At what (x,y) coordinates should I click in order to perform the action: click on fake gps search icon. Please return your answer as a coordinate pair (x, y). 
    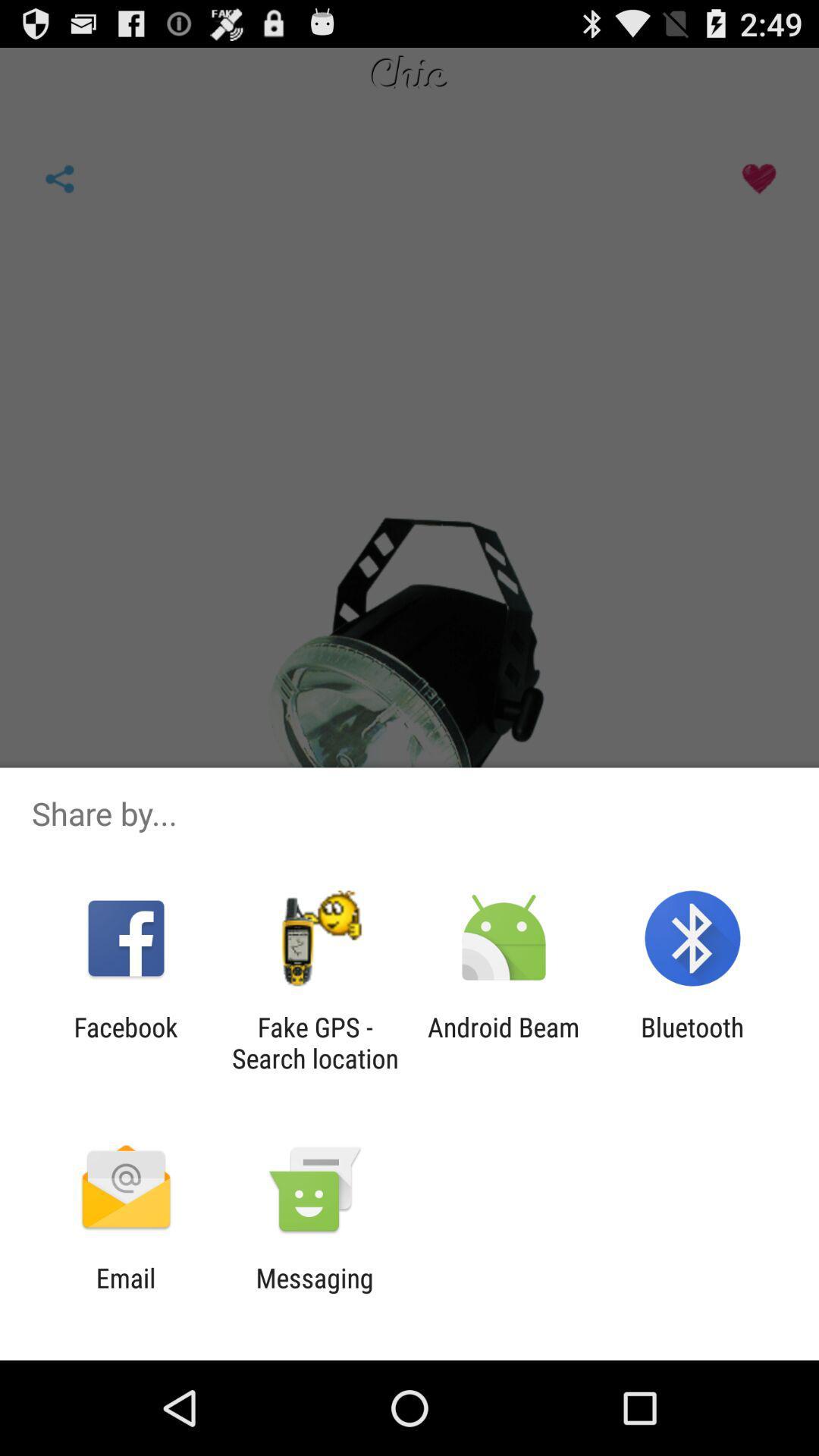
    Looking at the image, I should click on (314, 1042).